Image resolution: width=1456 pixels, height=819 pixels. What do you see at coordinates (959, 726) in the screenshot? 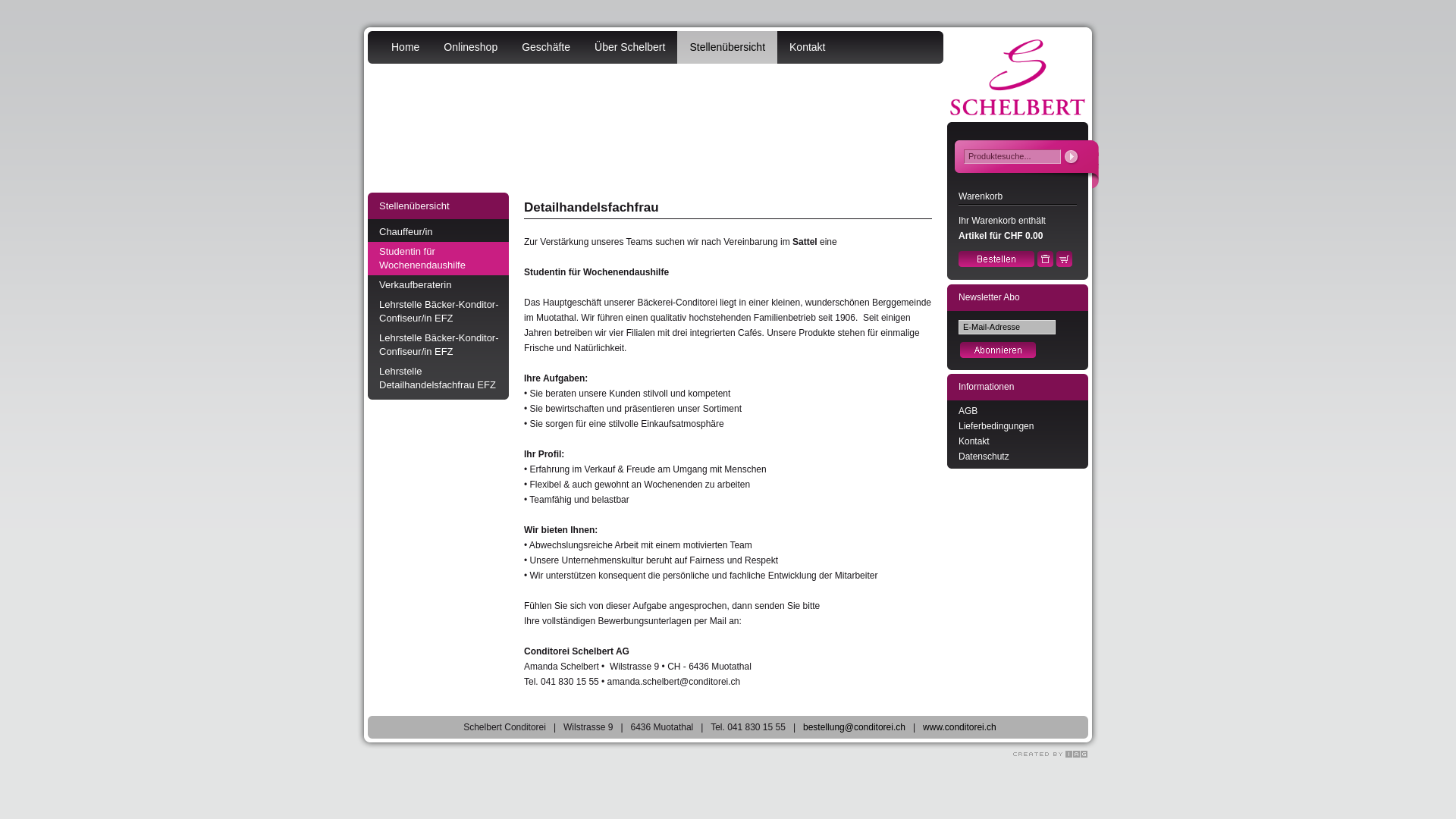
I see `'www.conditorei.ch'` at bounding box center [959, 726].